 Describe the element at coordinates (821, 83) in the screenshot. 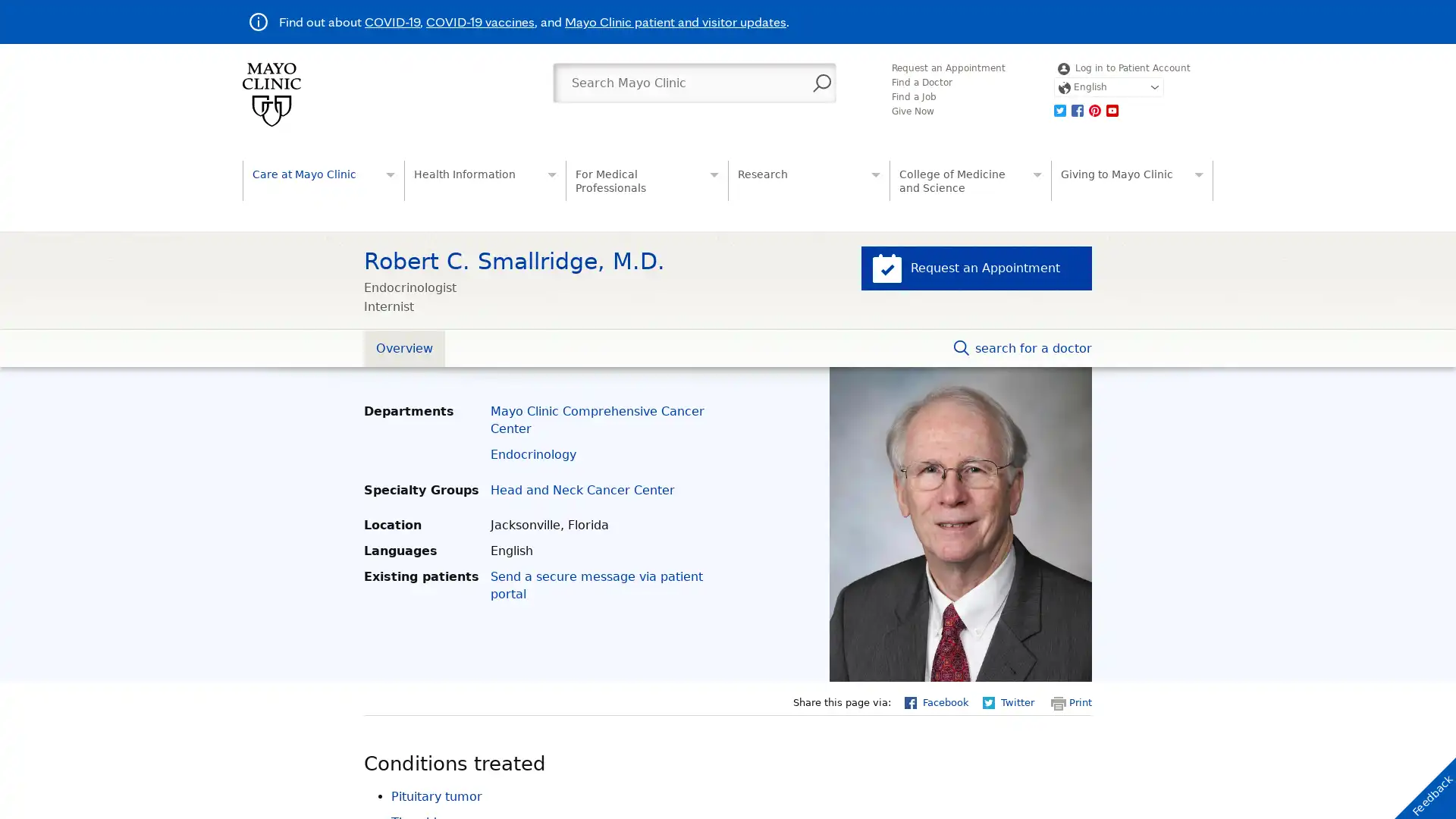

I see `Search` at that location.